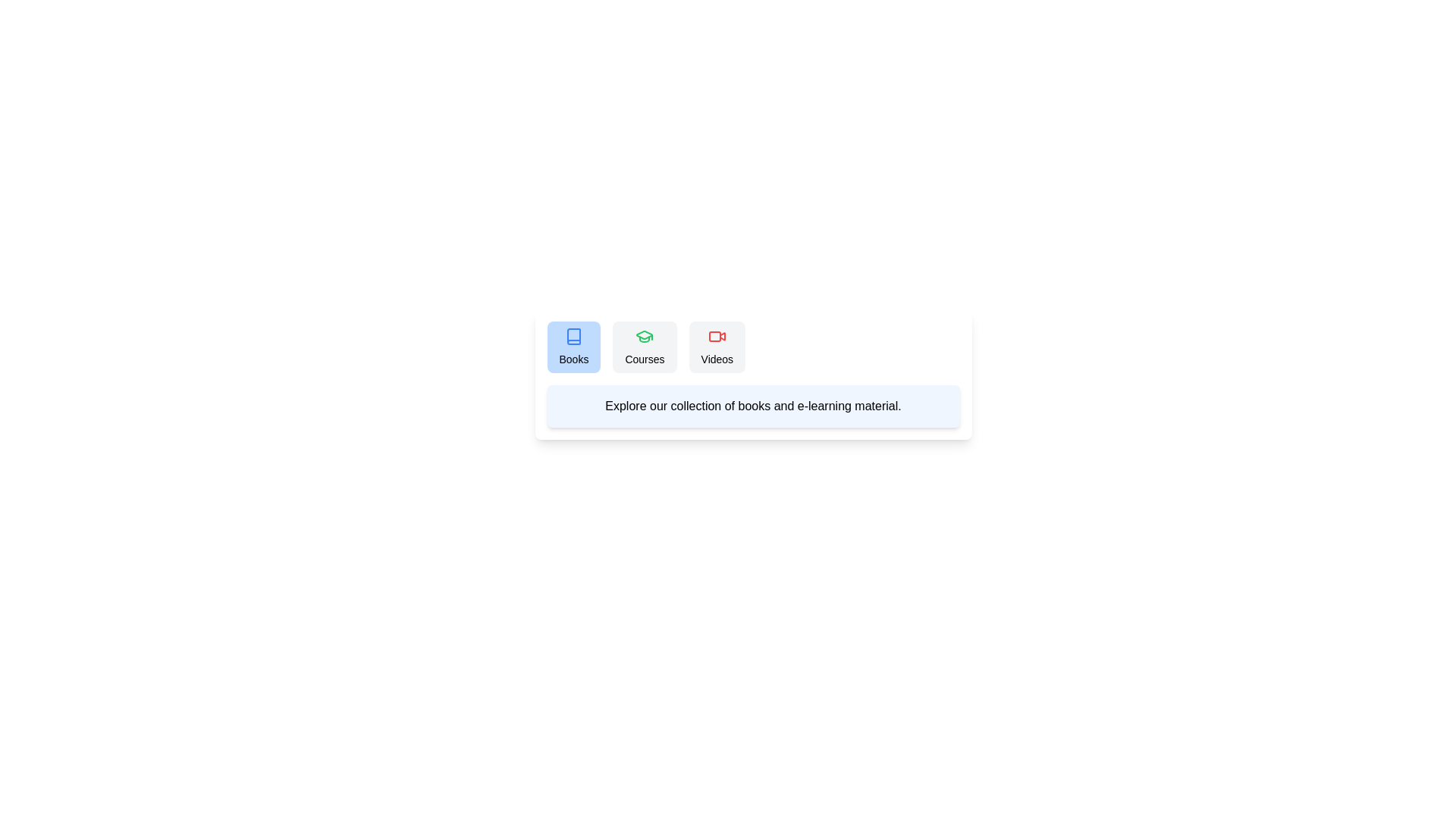 This screenshot has height=819, width=1456. Describe the element at coordinates (645, 347) in the screenshot. I see `the Courses tab to view its content` at that location.